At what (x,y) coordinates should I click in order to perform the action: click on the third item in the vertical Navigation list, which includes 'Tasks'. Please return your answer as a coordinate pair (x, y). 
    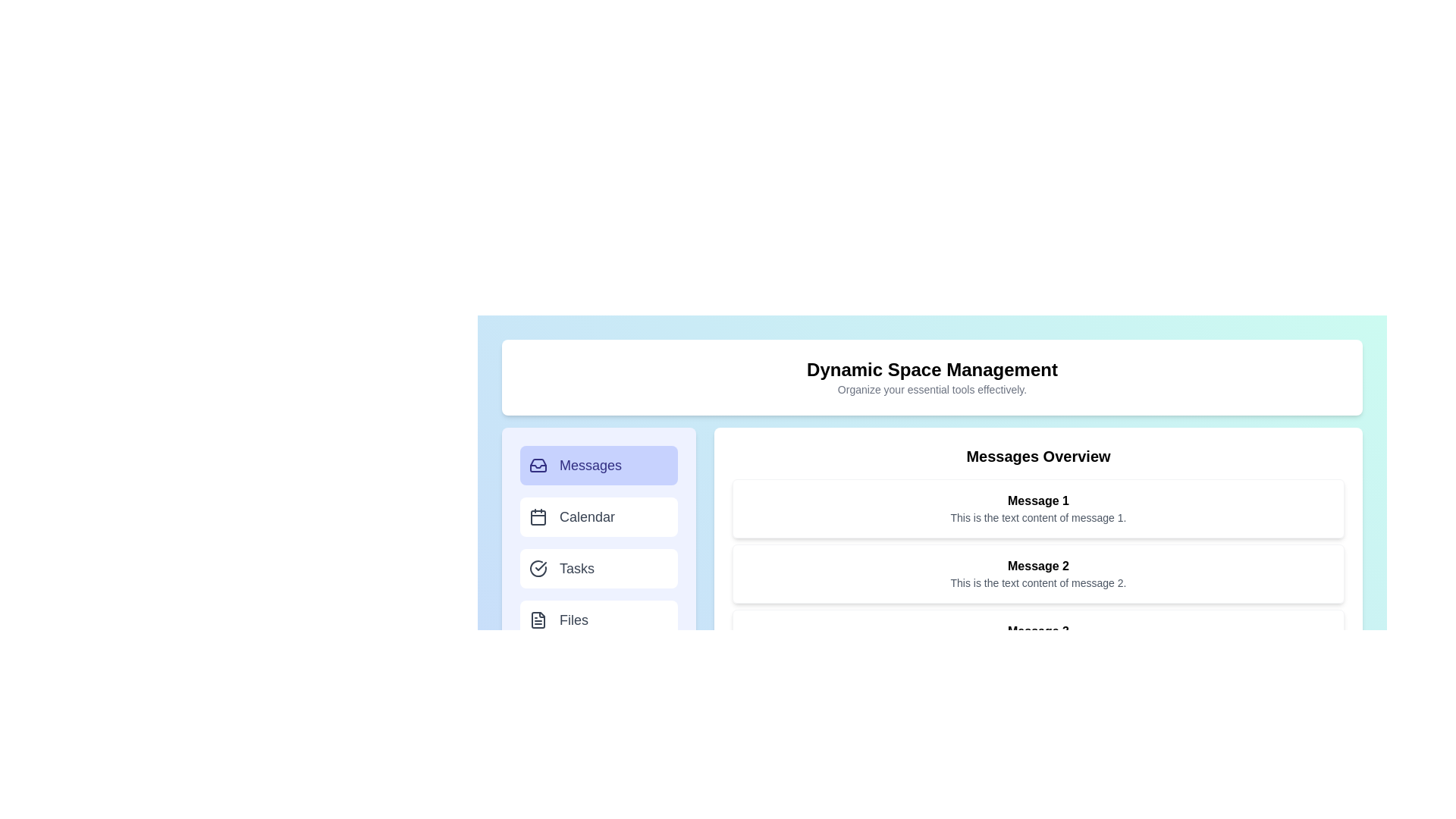
    Looking at the image, I should click on (598, 557).